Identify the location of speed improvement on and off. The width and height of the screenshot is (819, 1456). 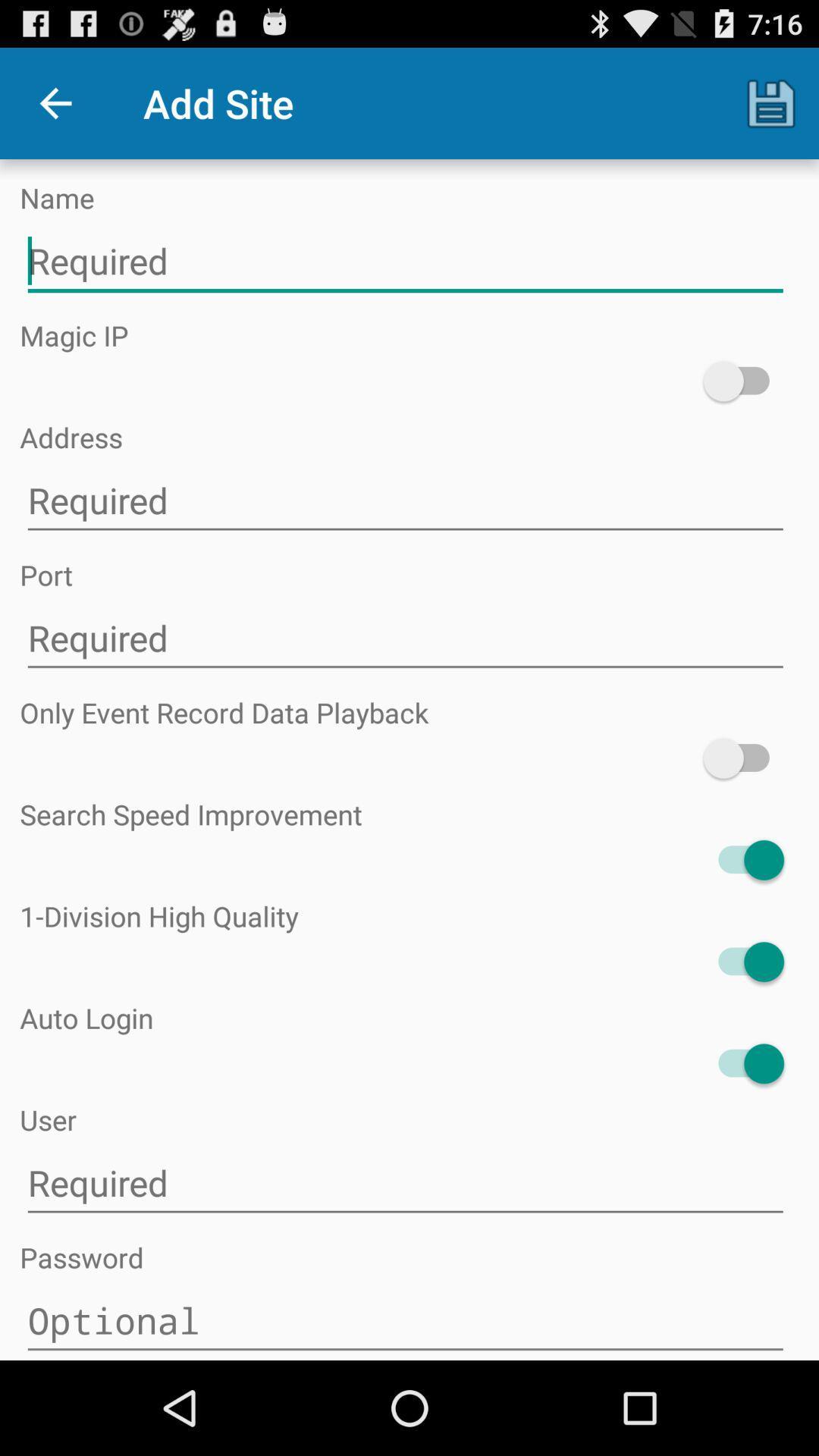
(742, 860).